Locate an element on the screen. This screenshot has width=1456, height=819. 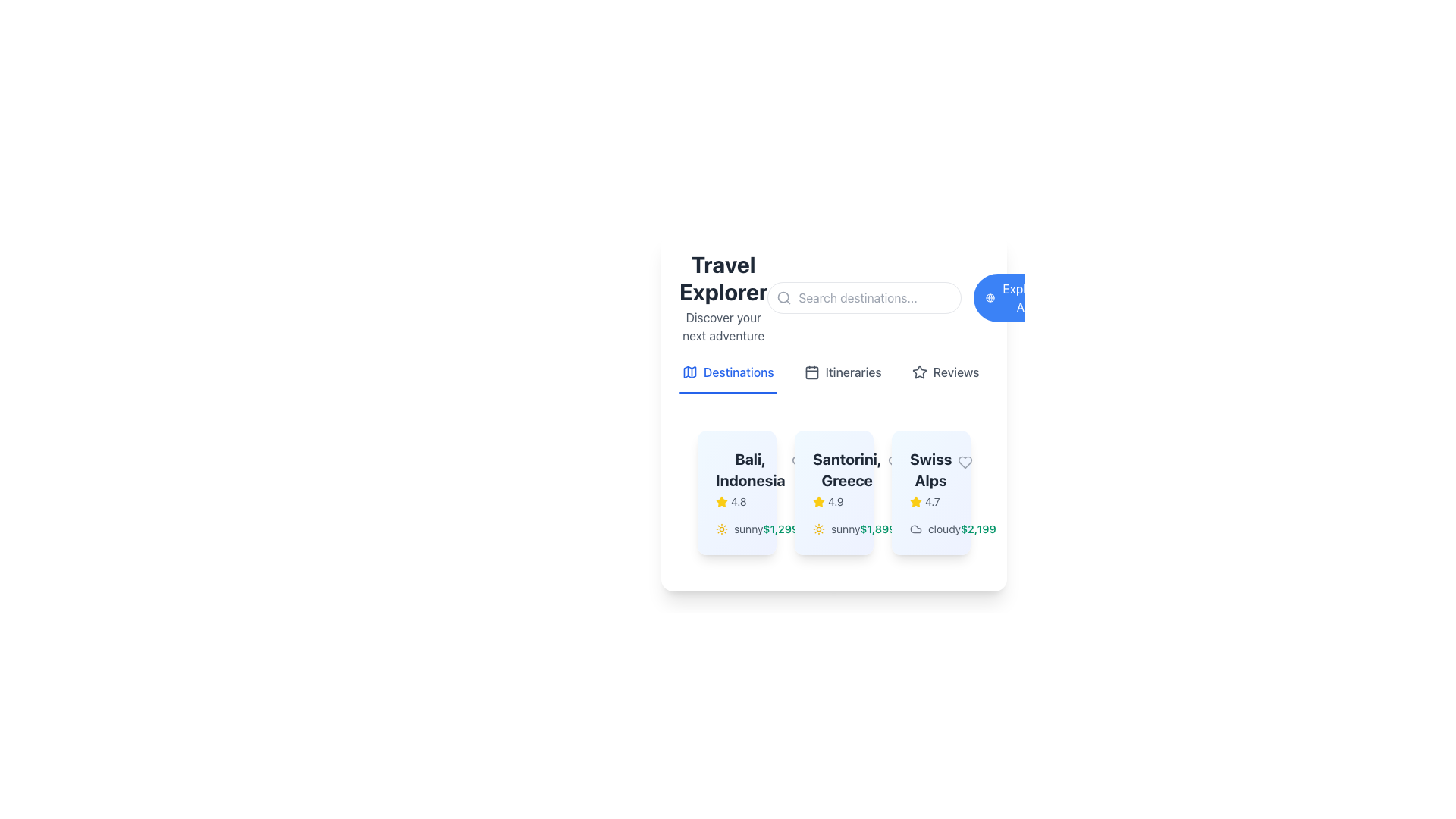
the heart-shaped icon with a light gray outline located at the top-right corner of the 'Swiss Alps' card to mark the travel destination as favorite is located at coordinates (965, 461).